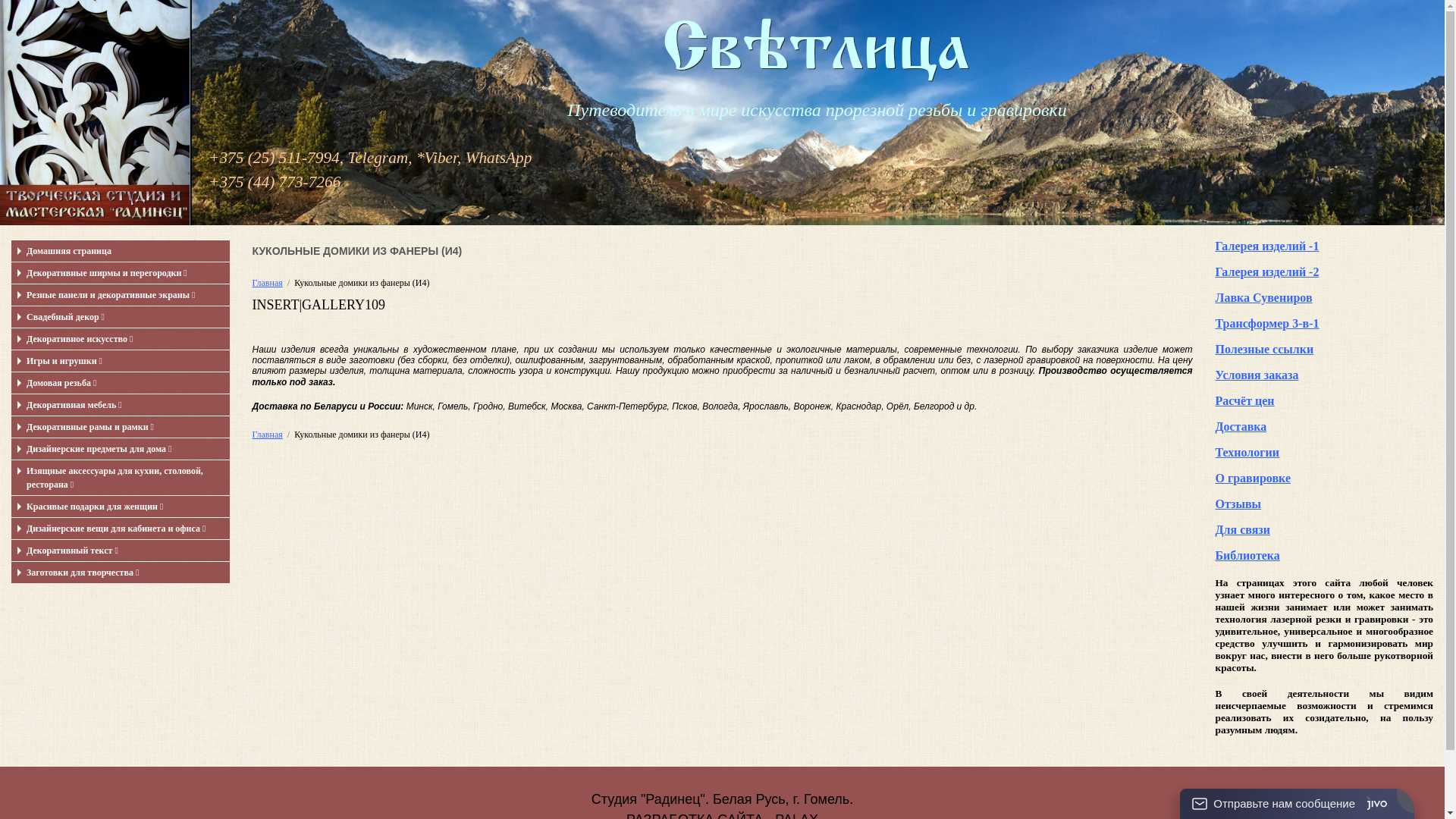  What do you see at coordinates (440, 158) in the screenshot?
I see `'Viber'` at bounding box center [440, 158].